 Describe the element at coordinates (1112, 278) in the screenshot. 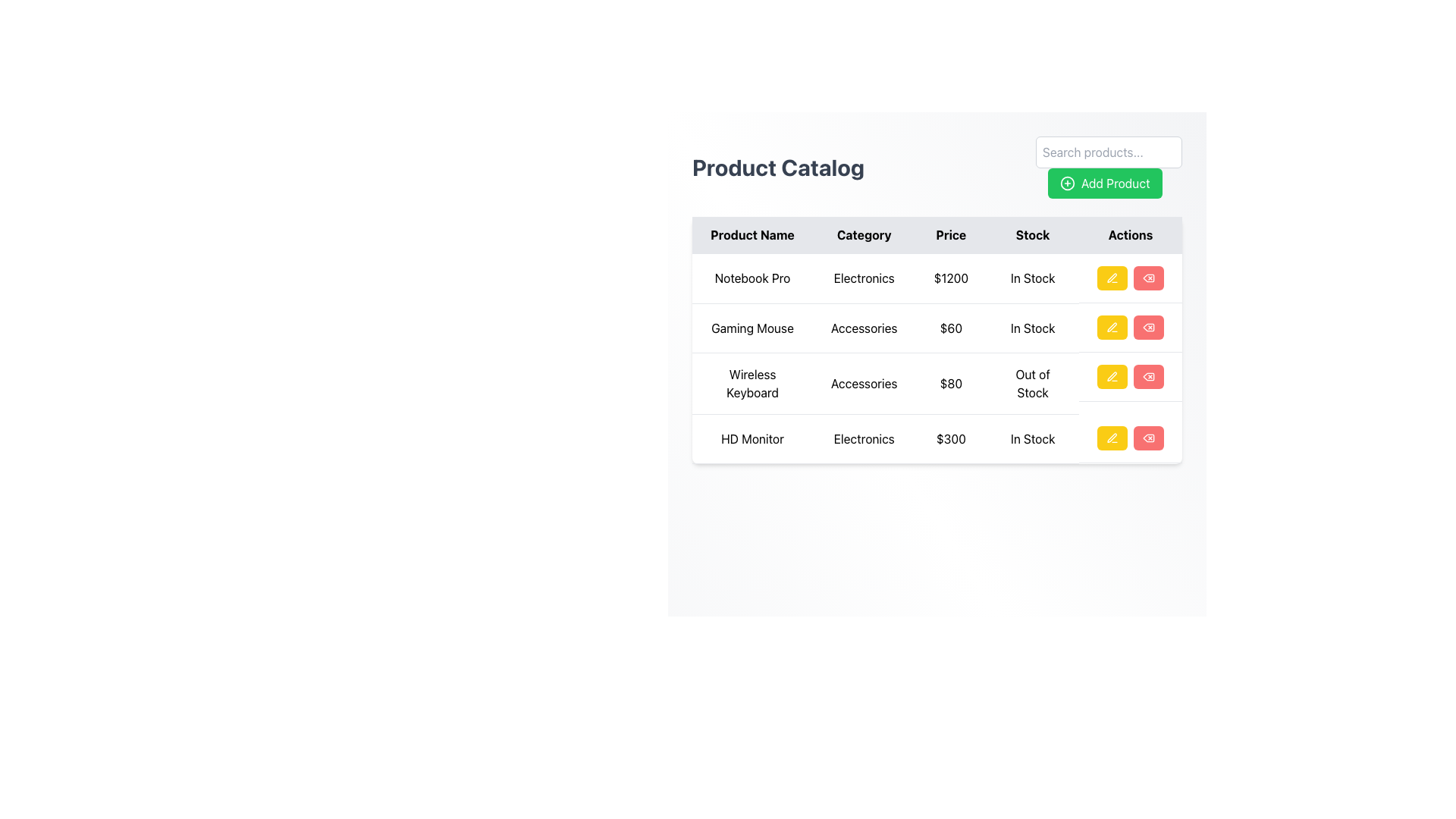

I see `the yellow rectangular button with rounded corners containing a pen icon in the 'Actions' column of the 'Product Catalog' table` at that location.